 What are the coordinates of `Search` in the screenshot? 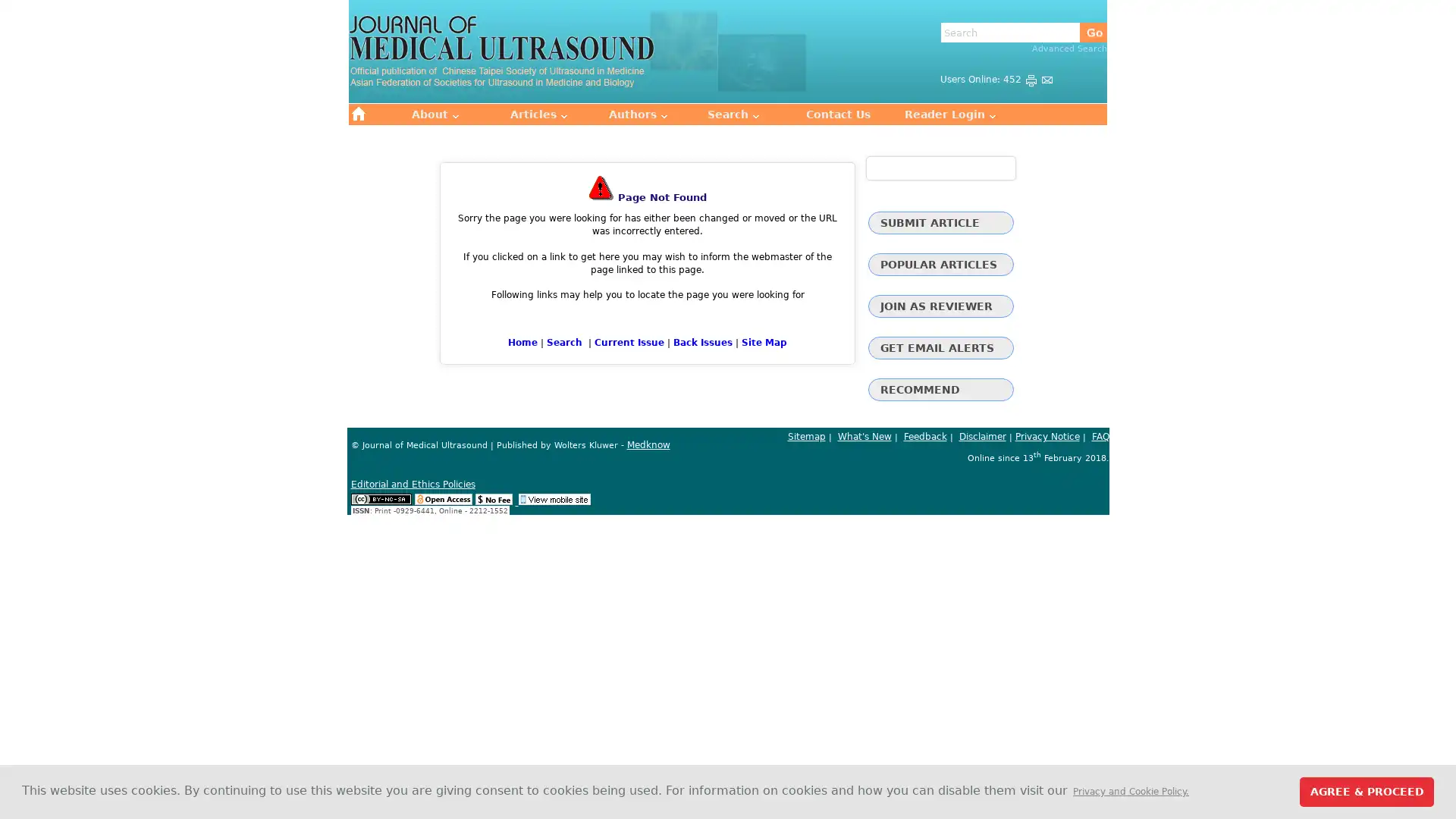 It's located at (1093, 32).